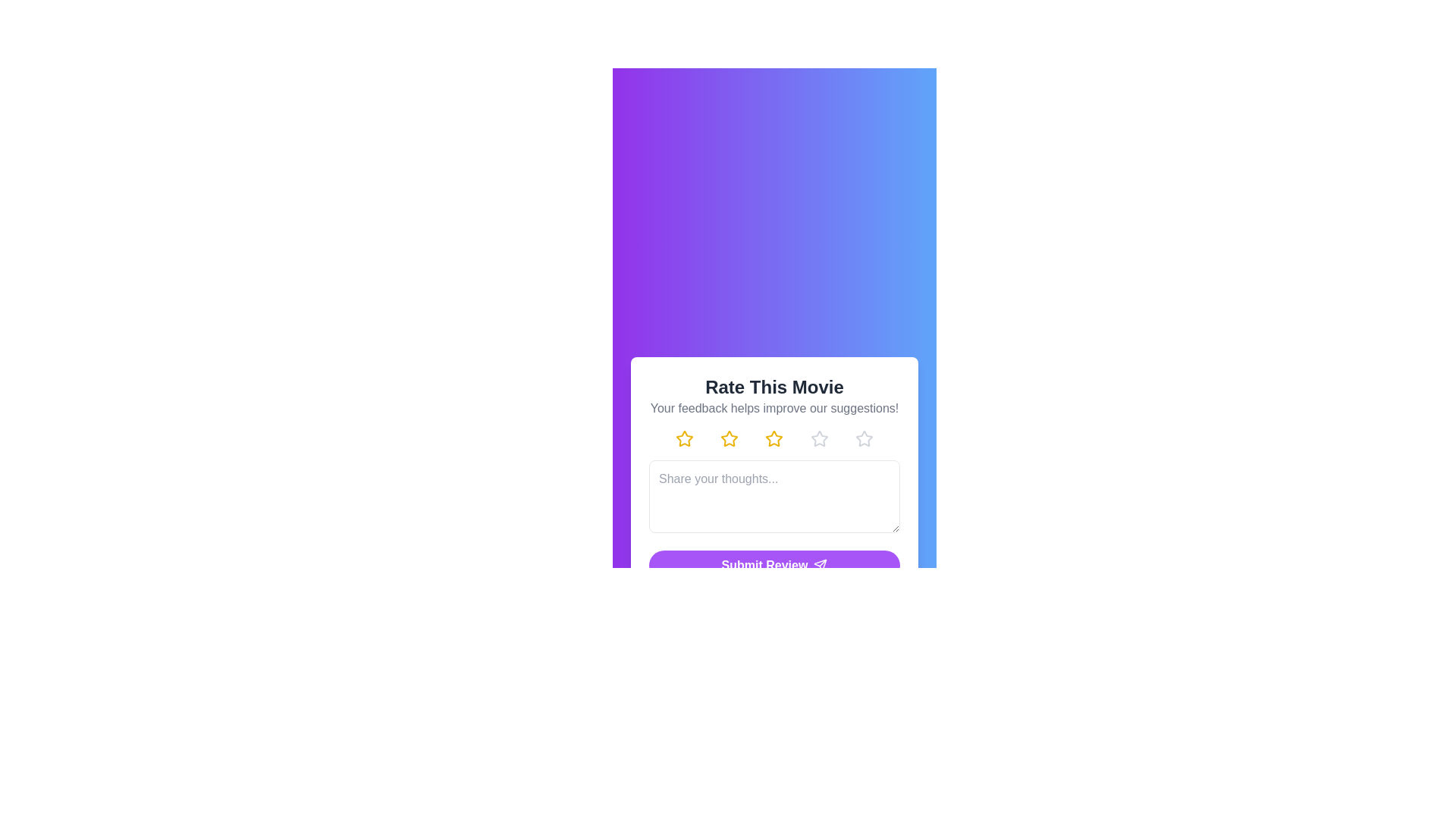 This screenshot has width=1456, height=819. Describe the element at coordinates (684, 438) in the screenshot. I see `the first star icon in the five-star rating system located below 'Rate This Movie' for visual feedback` at that location.